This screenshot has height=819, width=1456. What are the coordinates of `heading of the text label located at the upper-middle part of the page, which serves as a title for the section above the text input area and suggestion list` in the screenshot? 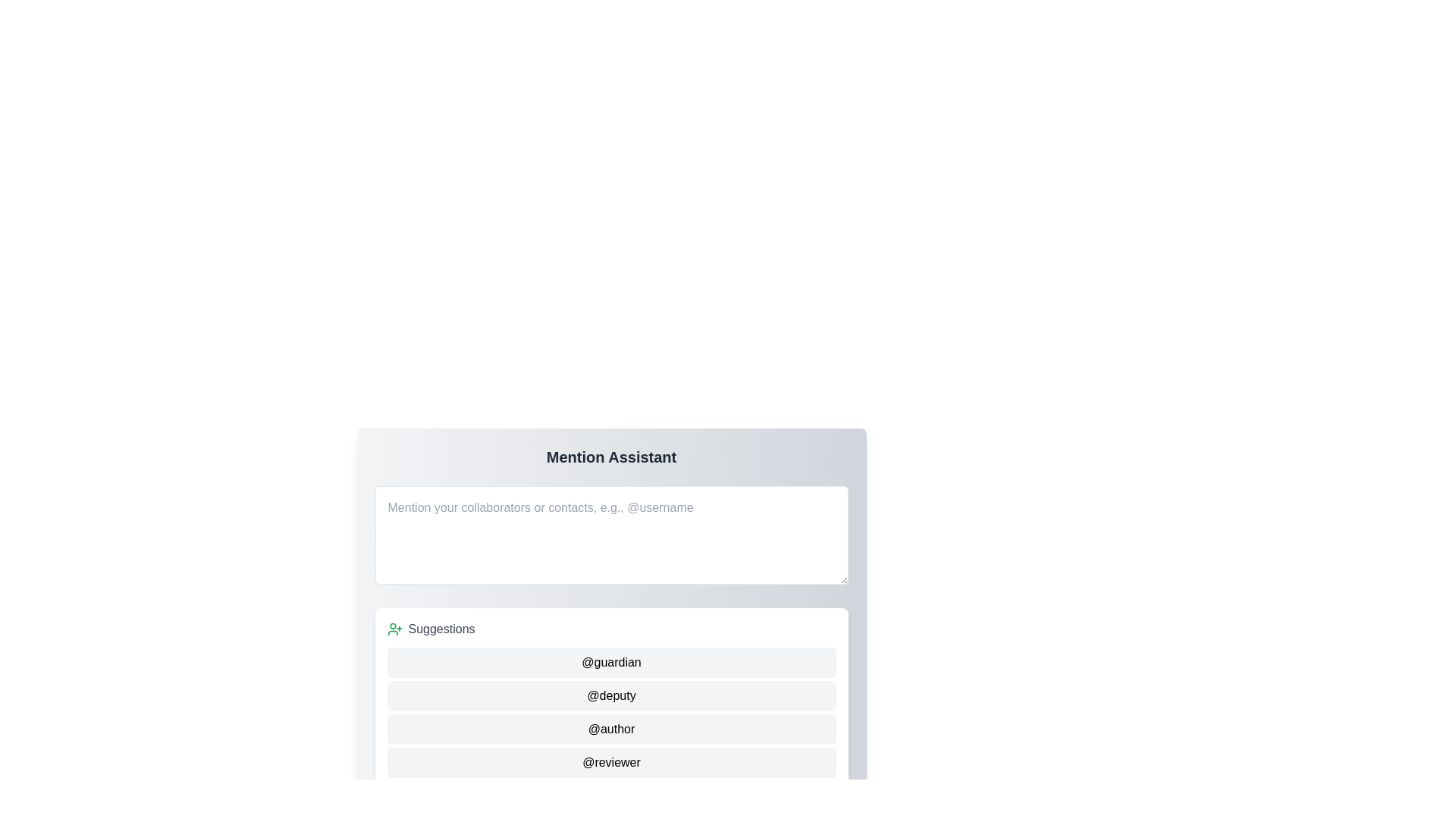 It's located at (611, 456).